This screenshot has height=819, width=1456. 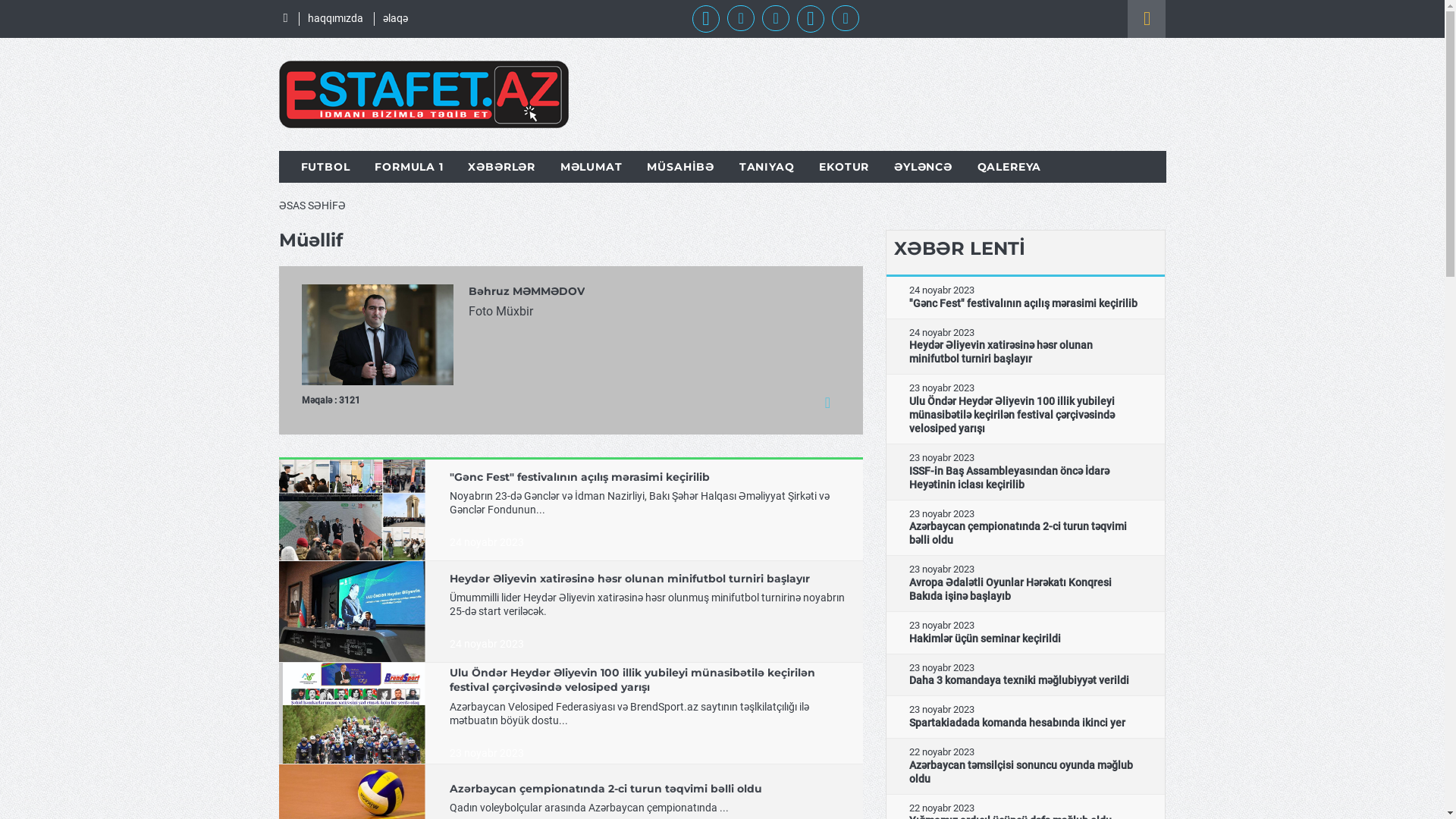 I want to click on 'QALEREYA', so click(x=1009, y=166).